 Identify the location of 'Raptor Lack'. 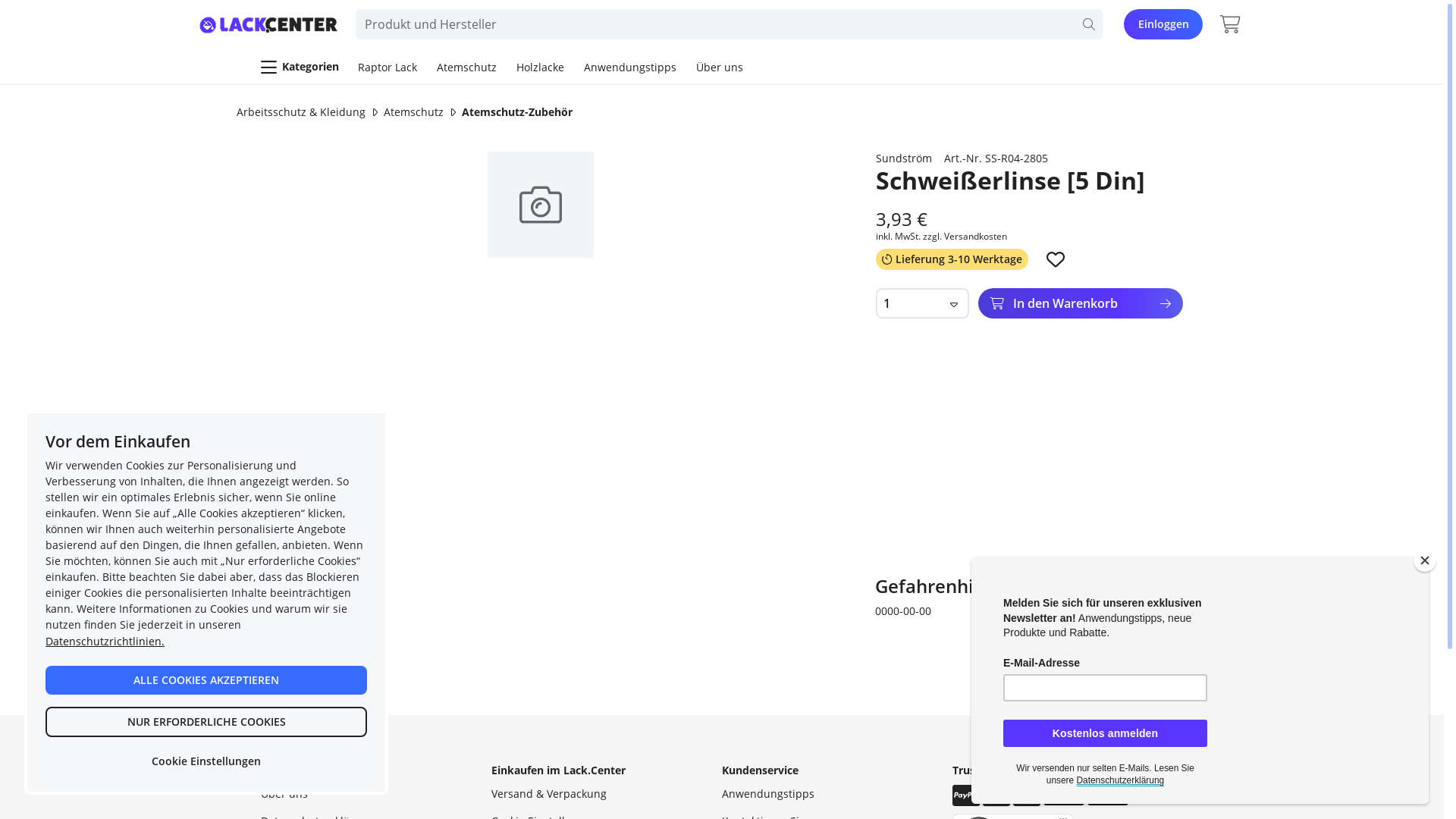
(387, 66).